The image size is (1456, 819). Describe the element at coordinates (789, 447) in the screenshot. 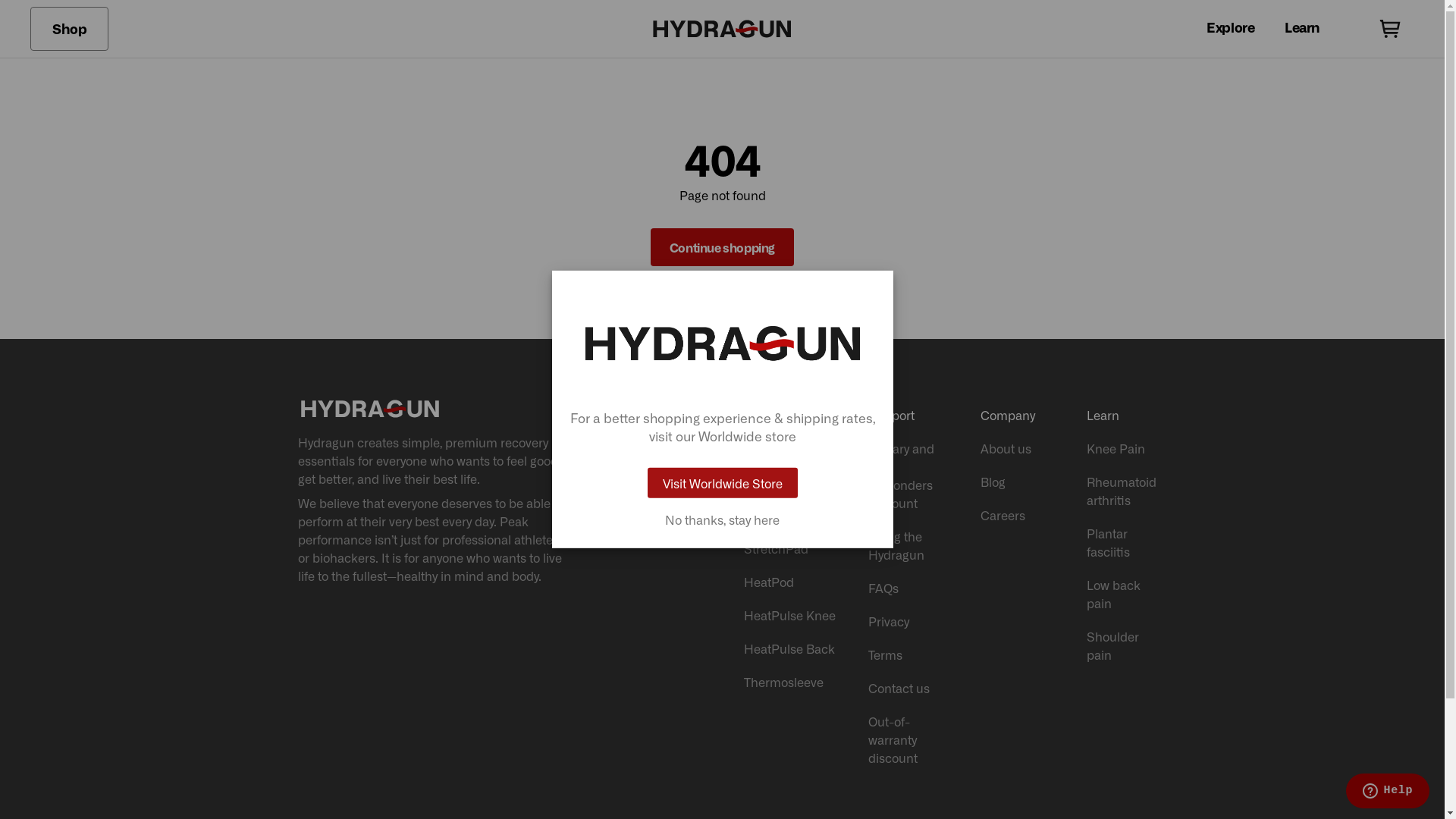

I see `'All products'` at that location.